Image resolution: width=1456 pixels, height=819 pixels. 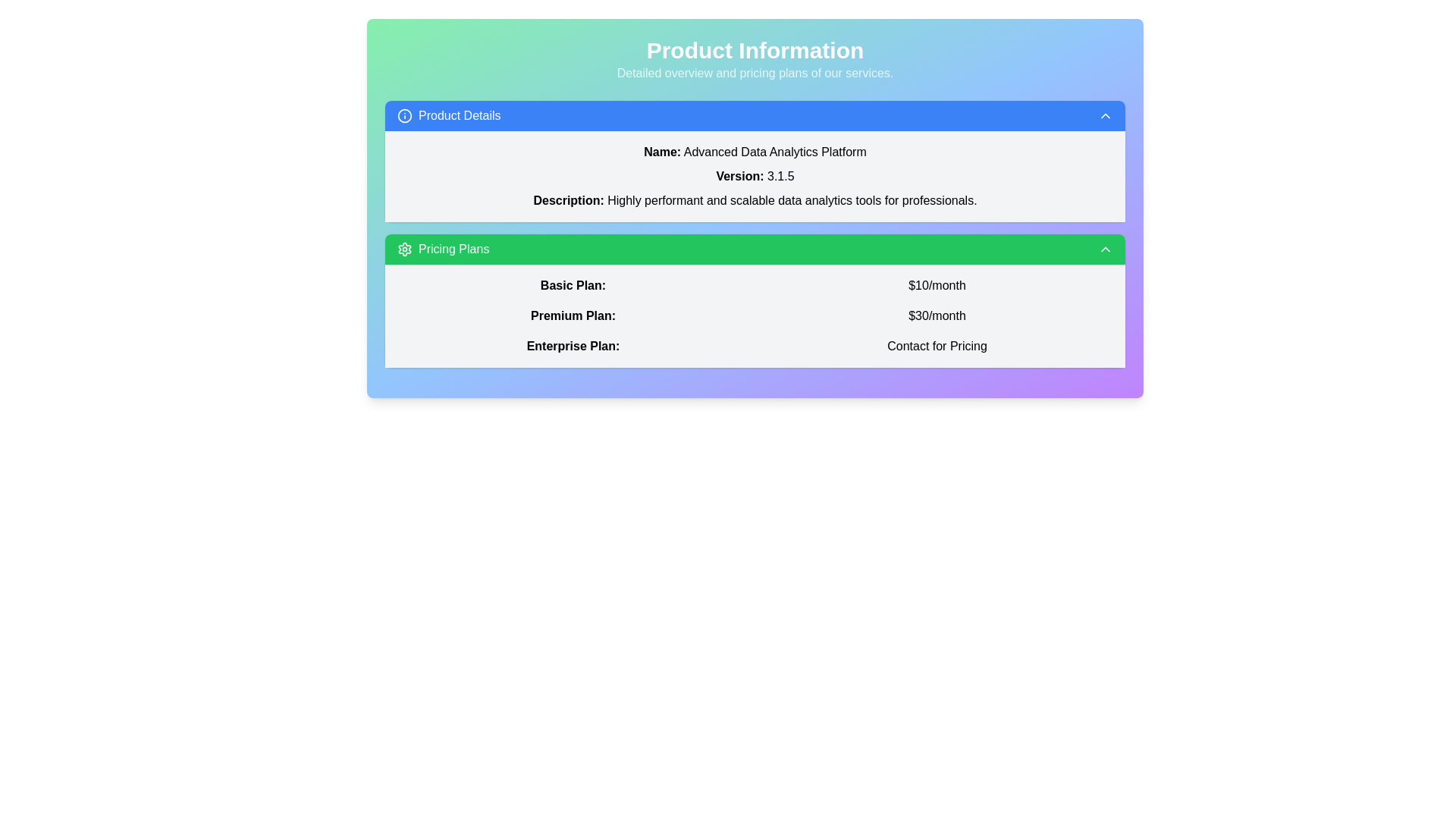 What do you see at coordinates (755, 175) in the screenshot?
I see `the Text label that displays the version information (3.1.5) located below the 'Name: Advanced Data Analytics Platform' and above the 'Description: Highly performant and scalable data analytics tools for professionals.'` at bounding box center [755, 175].